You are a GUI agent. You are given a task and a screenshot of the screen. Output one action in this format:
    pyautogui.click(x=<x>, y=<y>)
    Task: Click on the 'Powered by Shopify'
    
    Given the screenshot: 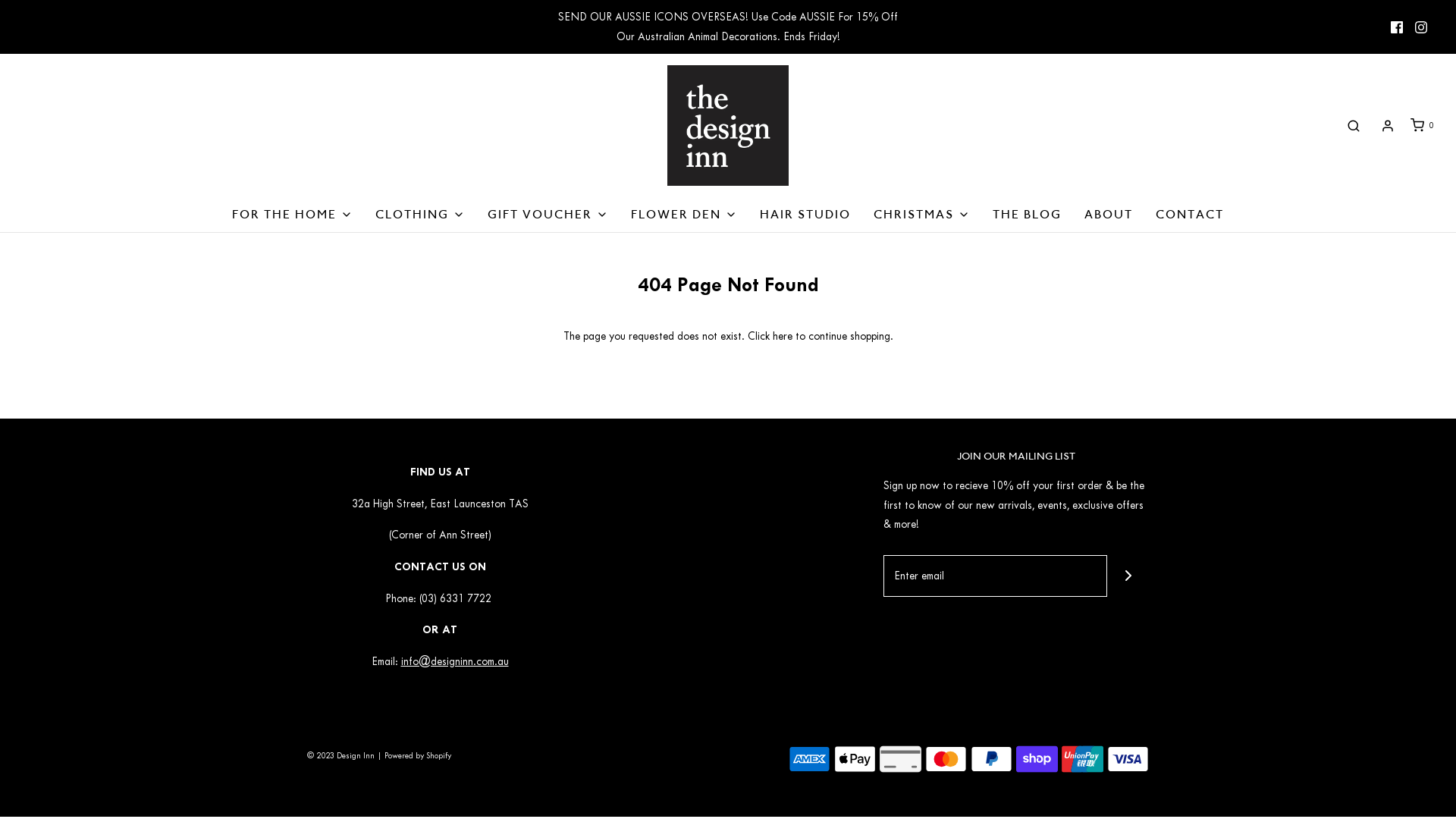 What is the action you would take?
    pyautogui.click(x=418, y=755)
    